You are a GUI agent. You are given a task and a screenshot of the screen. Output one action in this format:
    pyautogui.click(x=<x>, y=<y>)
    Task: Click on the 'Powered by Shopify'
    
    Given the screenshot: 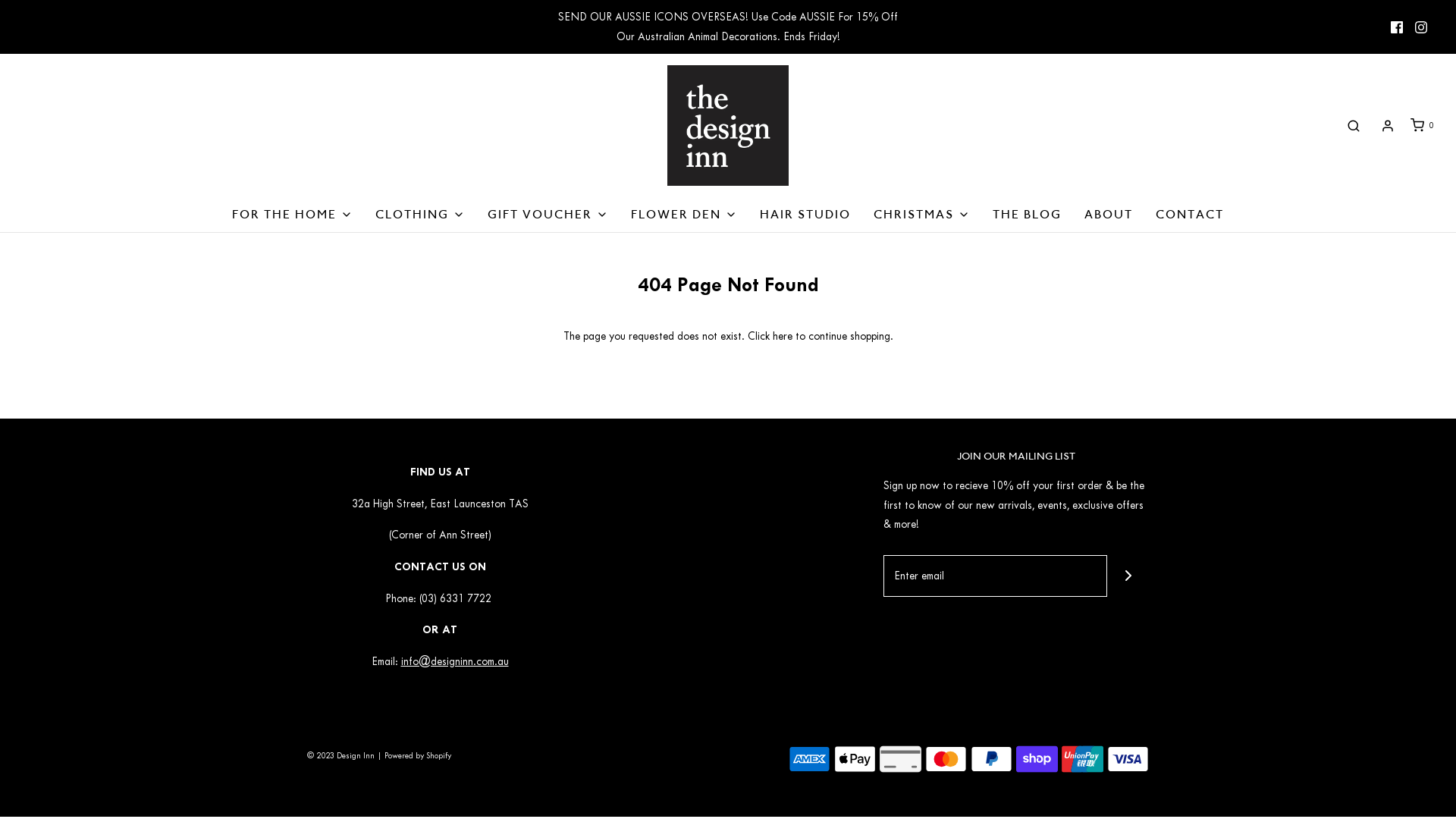 What is the action you would take?
    pyautogui.click(x=418, y=755)
    